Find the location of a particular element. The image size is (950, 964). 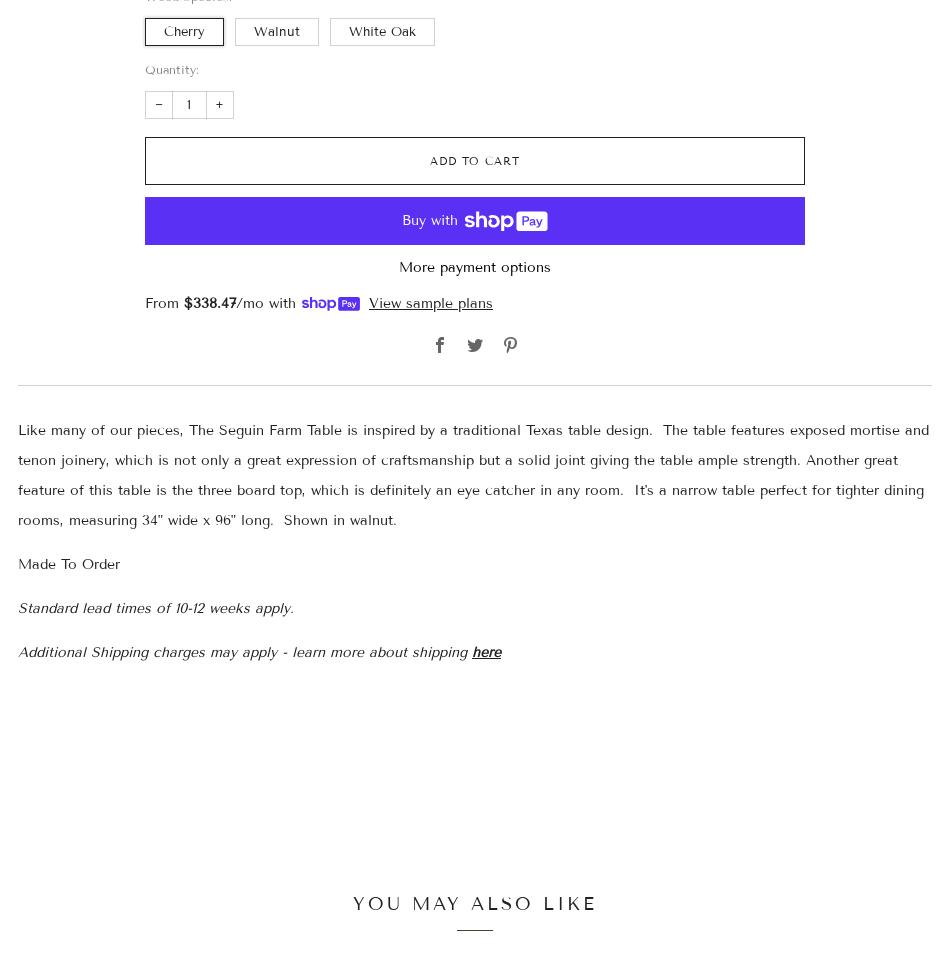

'Buy with' is located at coordinates (401, 219).